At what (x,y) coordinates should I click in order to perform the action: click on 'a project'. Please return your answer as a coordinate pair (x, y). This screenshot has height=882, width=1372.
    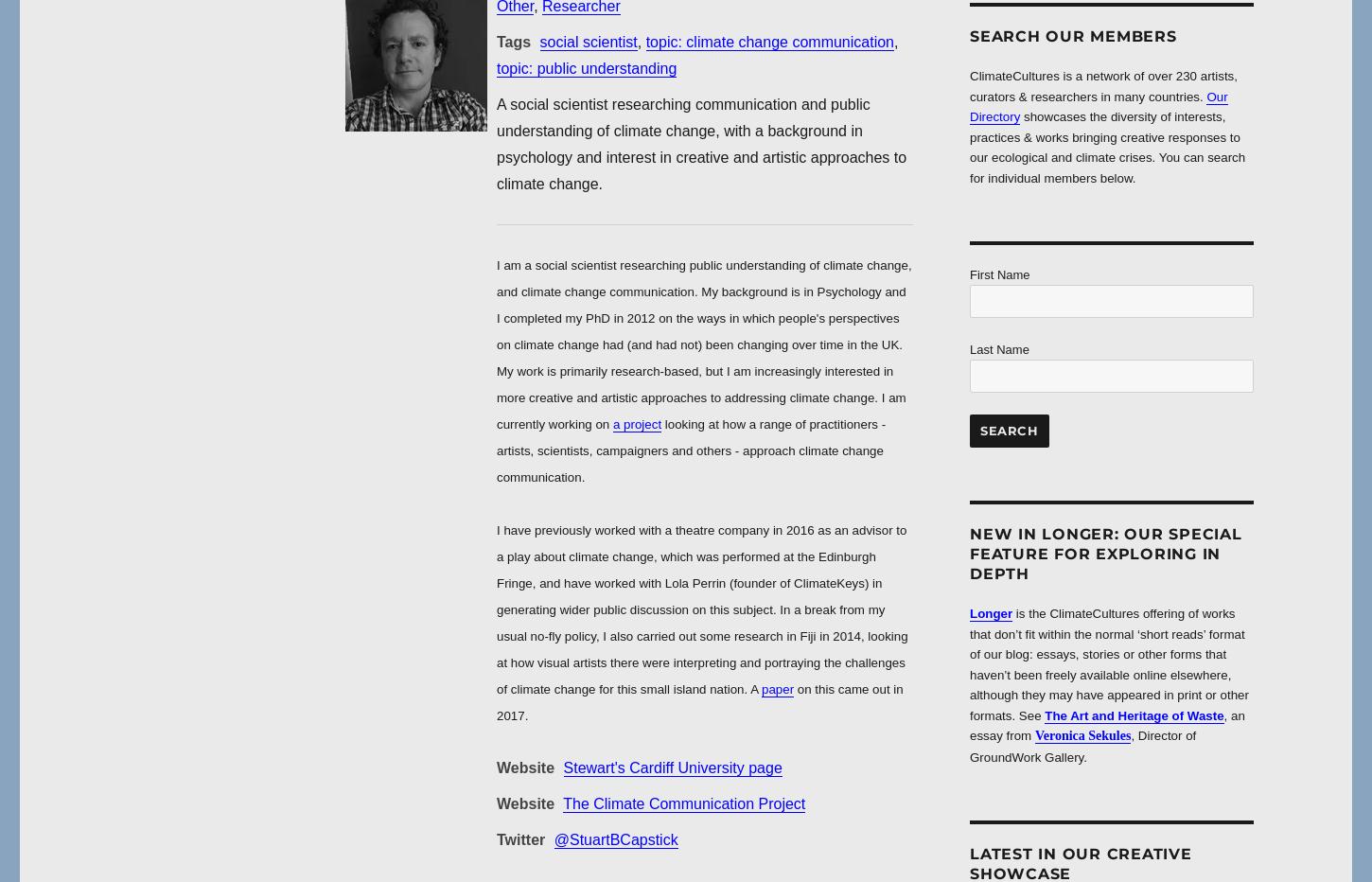
    Looking at the image, I should click on (635, 424).